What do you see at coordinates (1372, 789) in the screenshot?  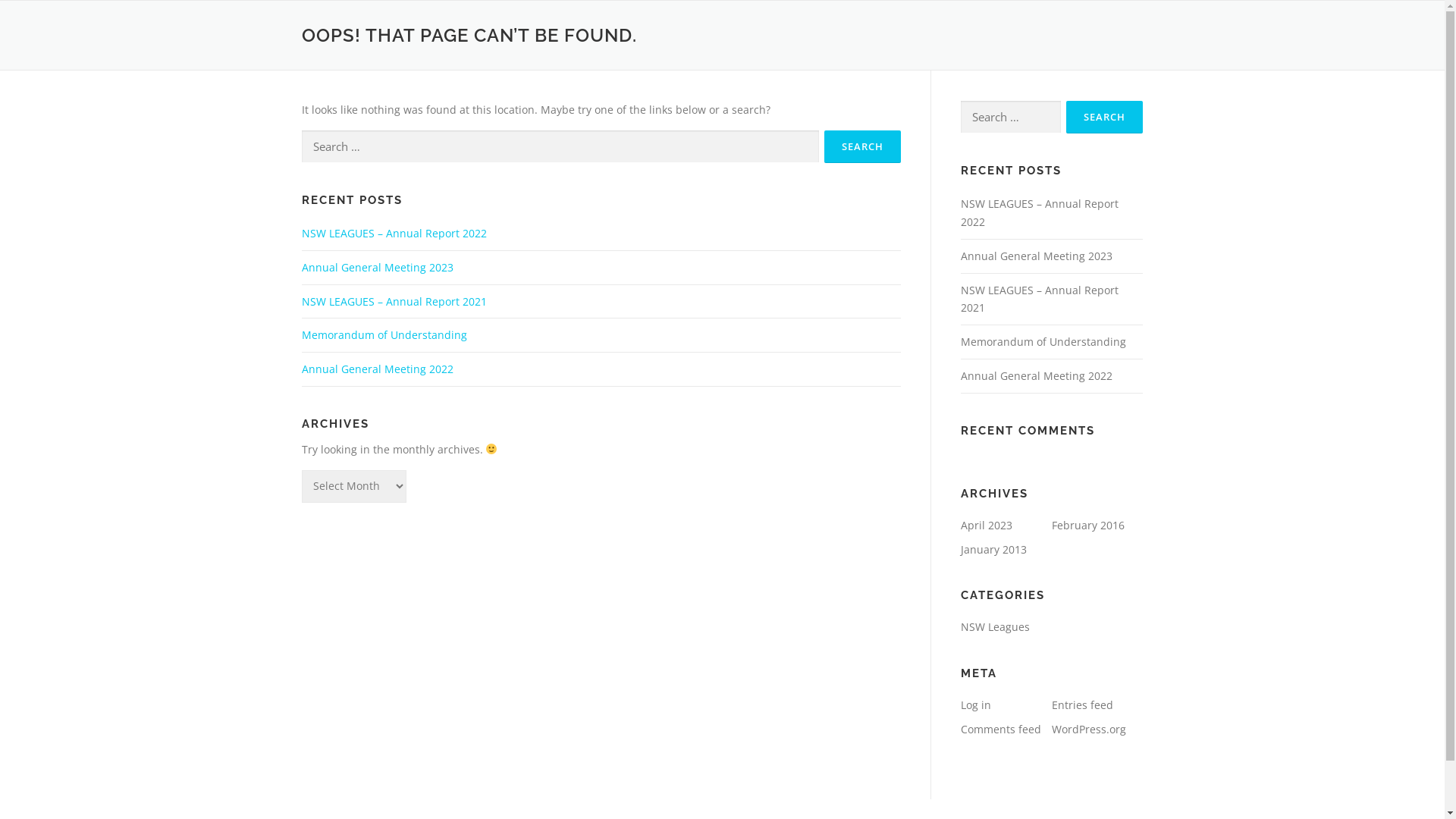 I see `'Back To Top'` at bounding box center [1372, 789].